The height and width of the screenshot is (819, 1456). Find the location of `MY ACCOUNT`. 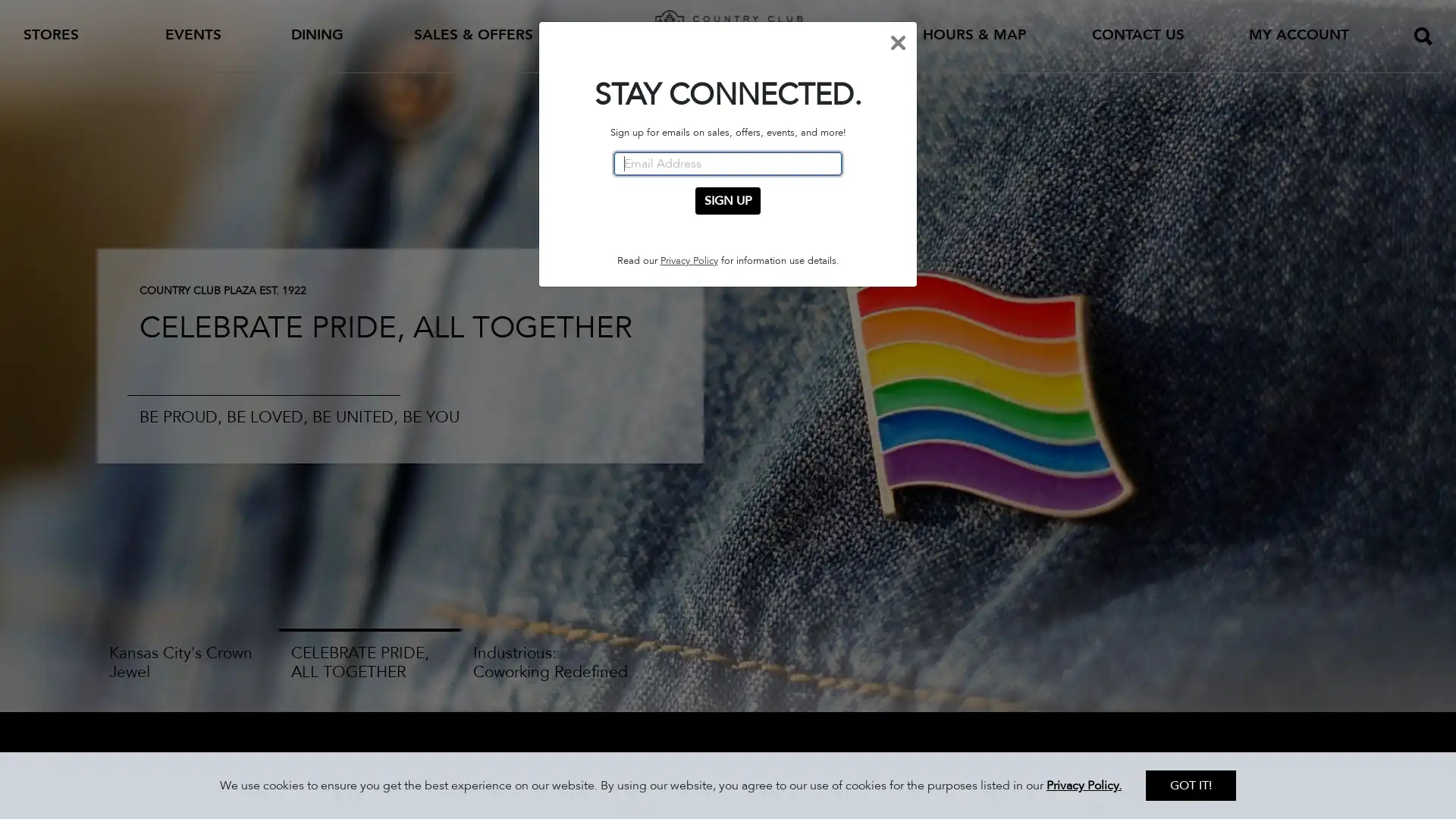

MY ACCOUNT is located at coordinates (1298, 34).